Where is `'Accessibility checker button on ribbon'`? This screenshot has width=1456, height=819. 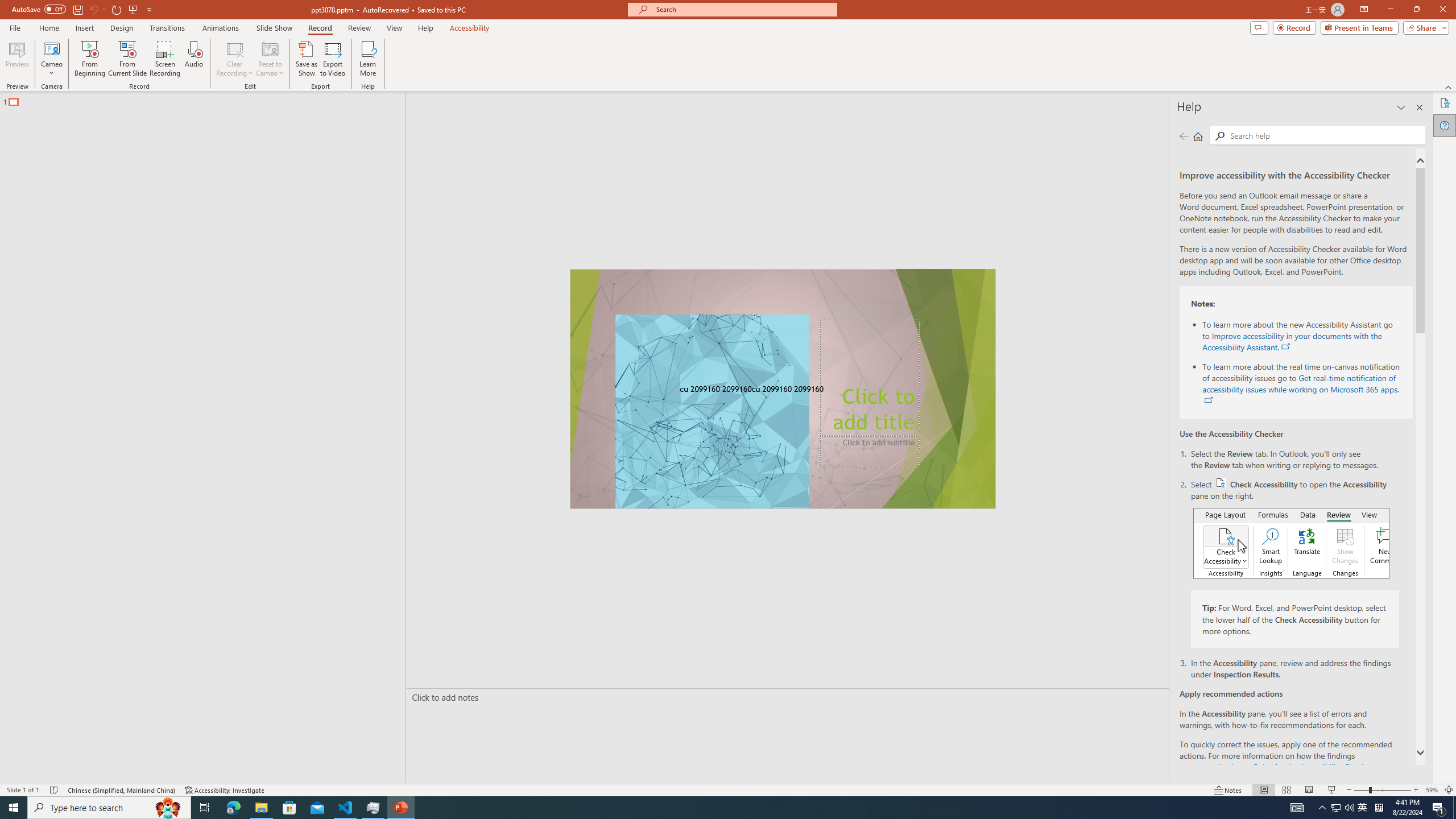 'Accessibility checker button on ribbon' is located at coordinates (1291, 543).